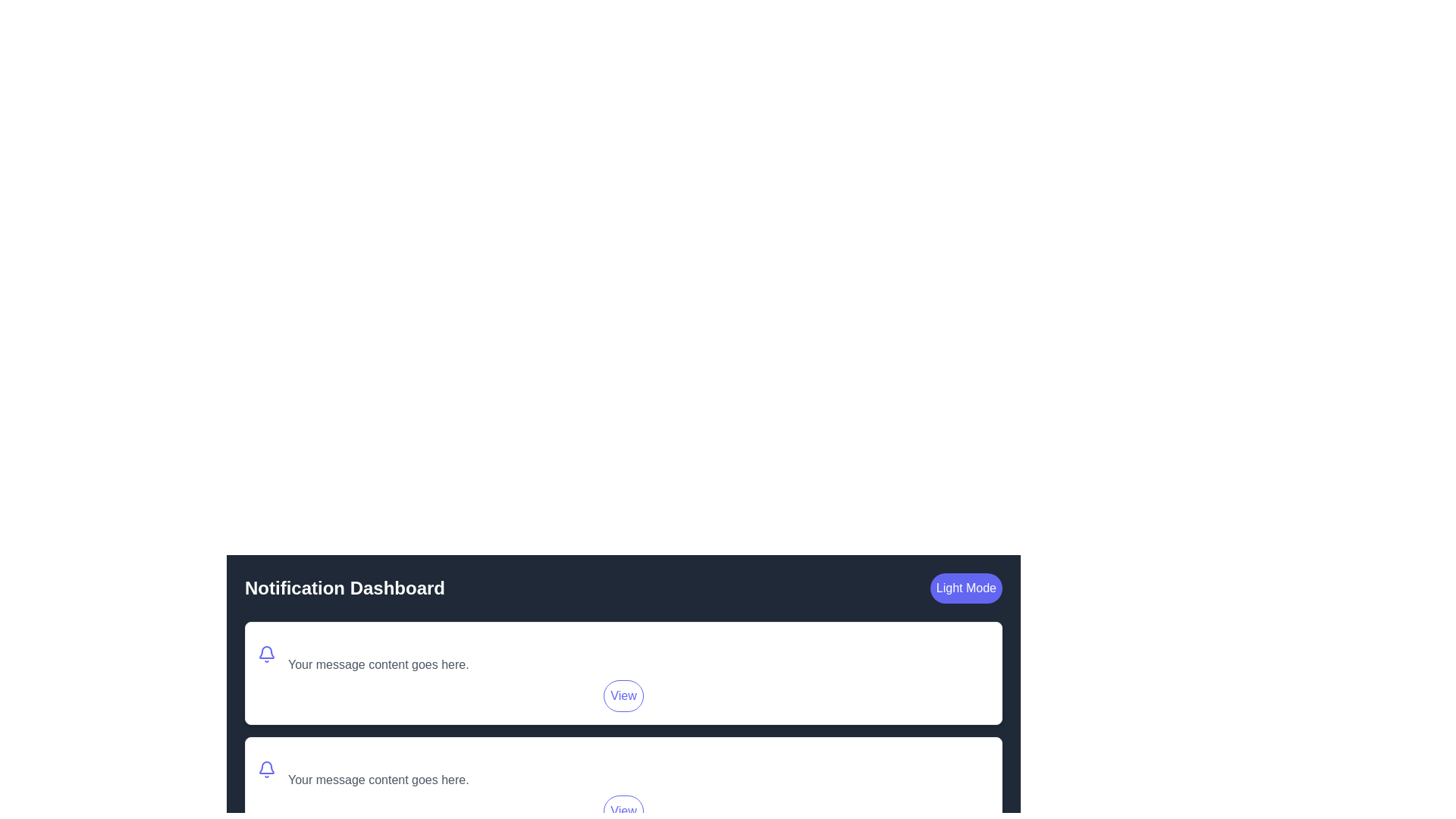 The width and height of the screenshot is (1456, 819). I want to click on the button located on the far right side of the 'Notification Dashboard' section, so click(965, 587).